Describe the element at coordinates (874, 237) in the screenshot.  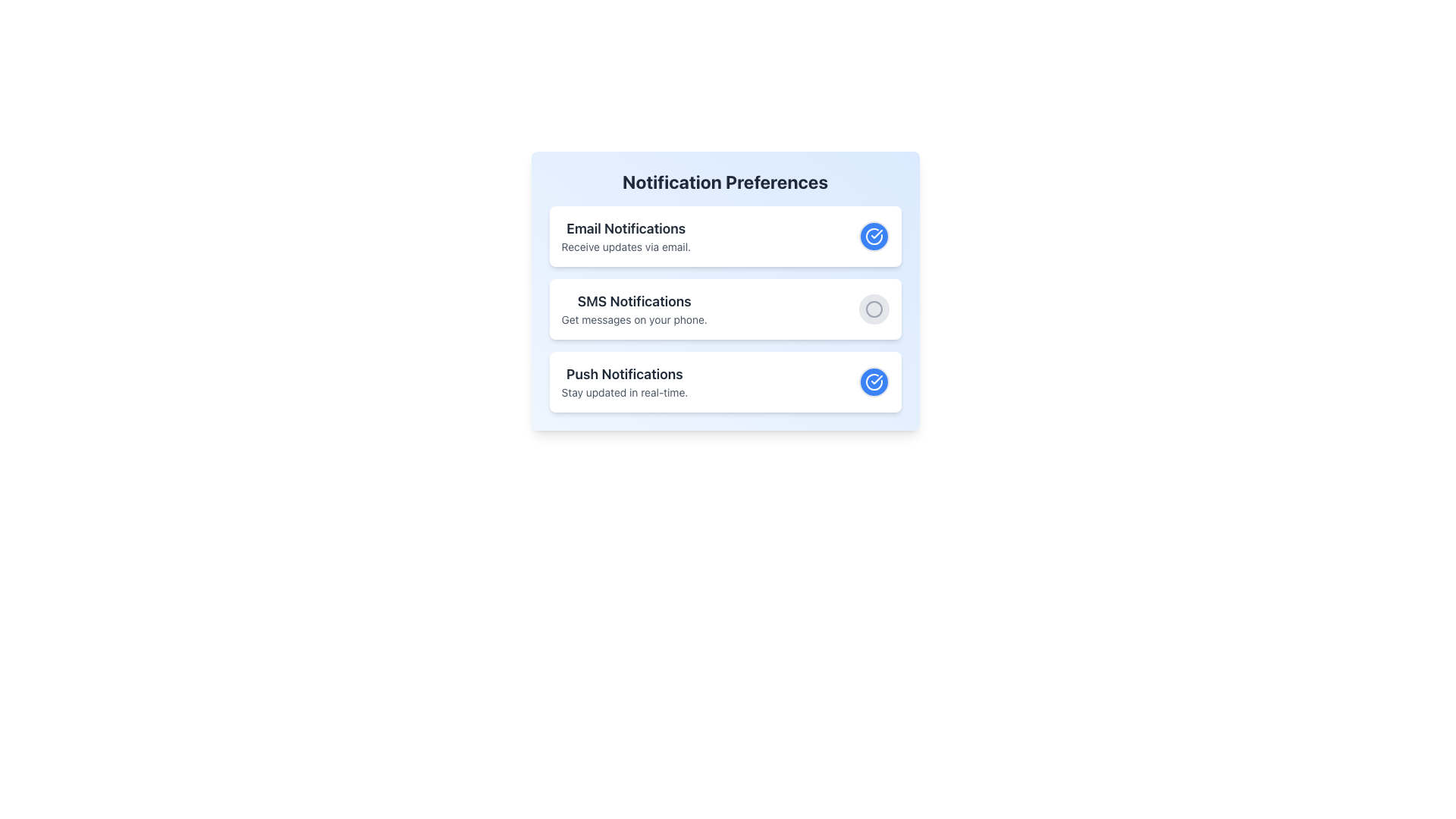
I see `the blue checkmark icon within the circular boundary, located at the far right end of the 'Email Notifications' row in the notification preferences layout` at that location.